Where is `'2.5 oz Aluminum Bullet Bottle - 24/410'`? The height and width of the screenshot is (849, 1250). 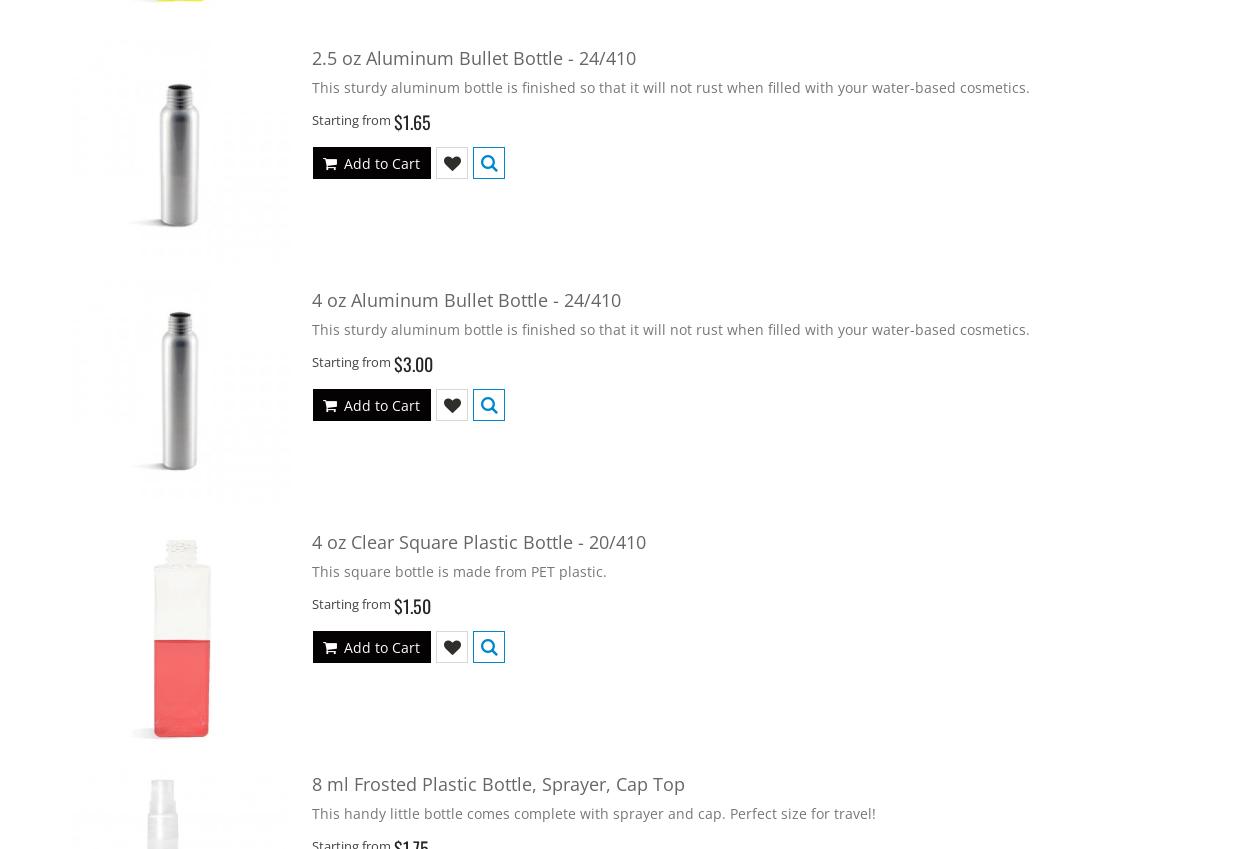 '2.5 oz Aluminum Bullet Bottle - 24/410' is located at coordinates (473, 56).